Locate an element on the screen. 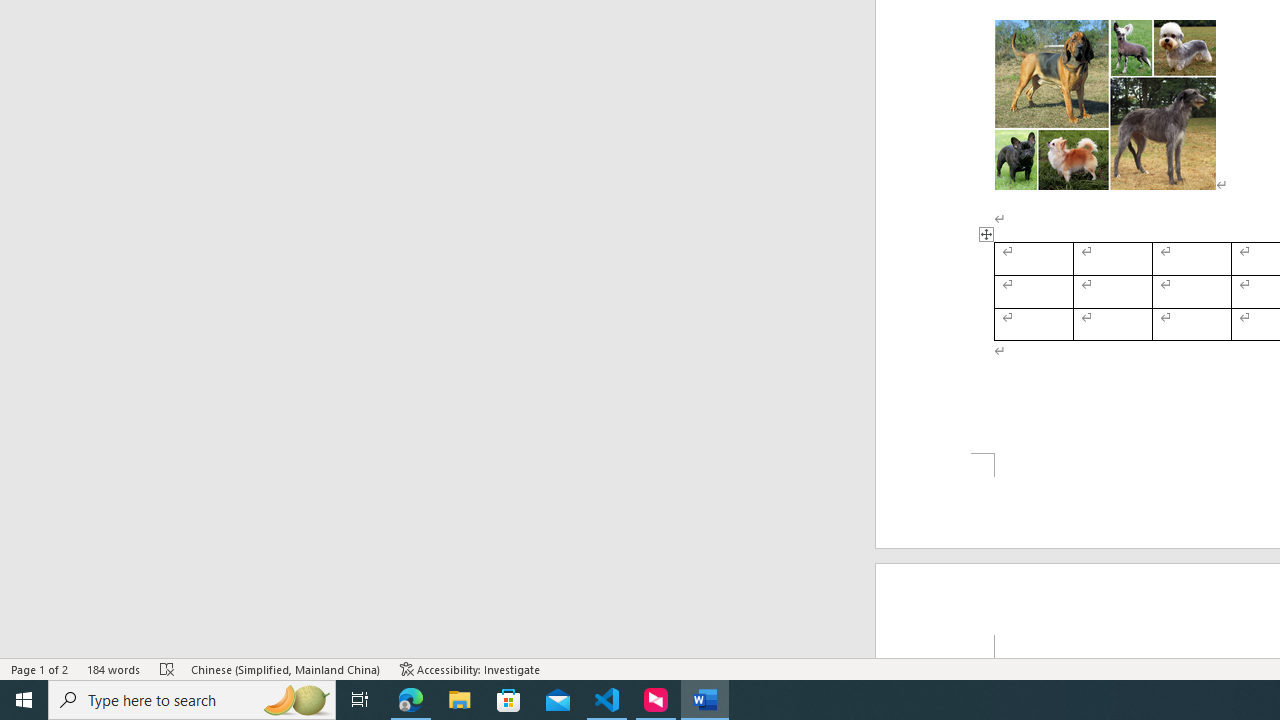 This screenshot has width=1280, height=720. 'Word Count 184 words' is located at coordinates (112, 669).